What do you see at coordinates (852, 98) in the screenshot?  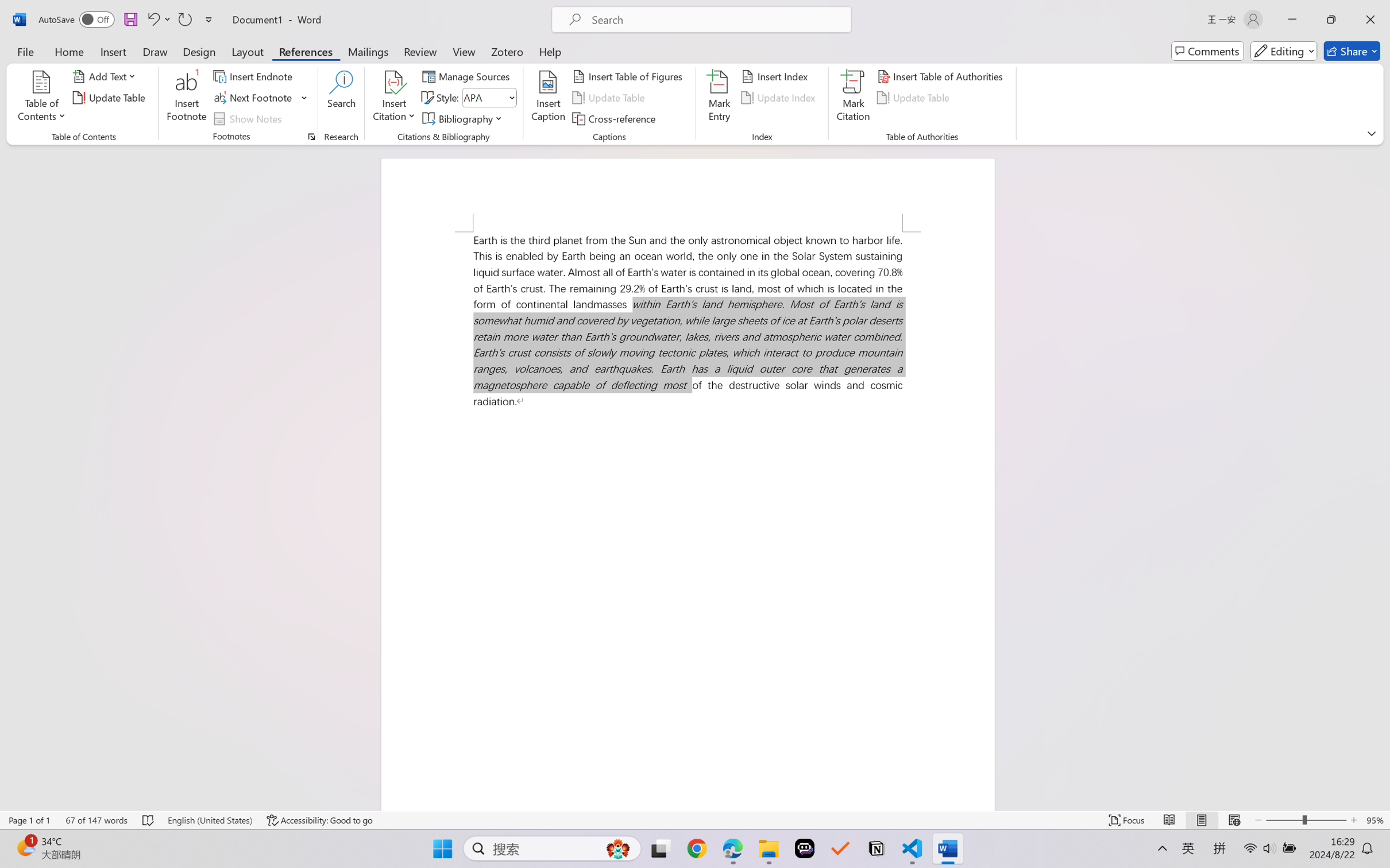 I see `'Mark Citation...'` at bounding box center [852, 98].